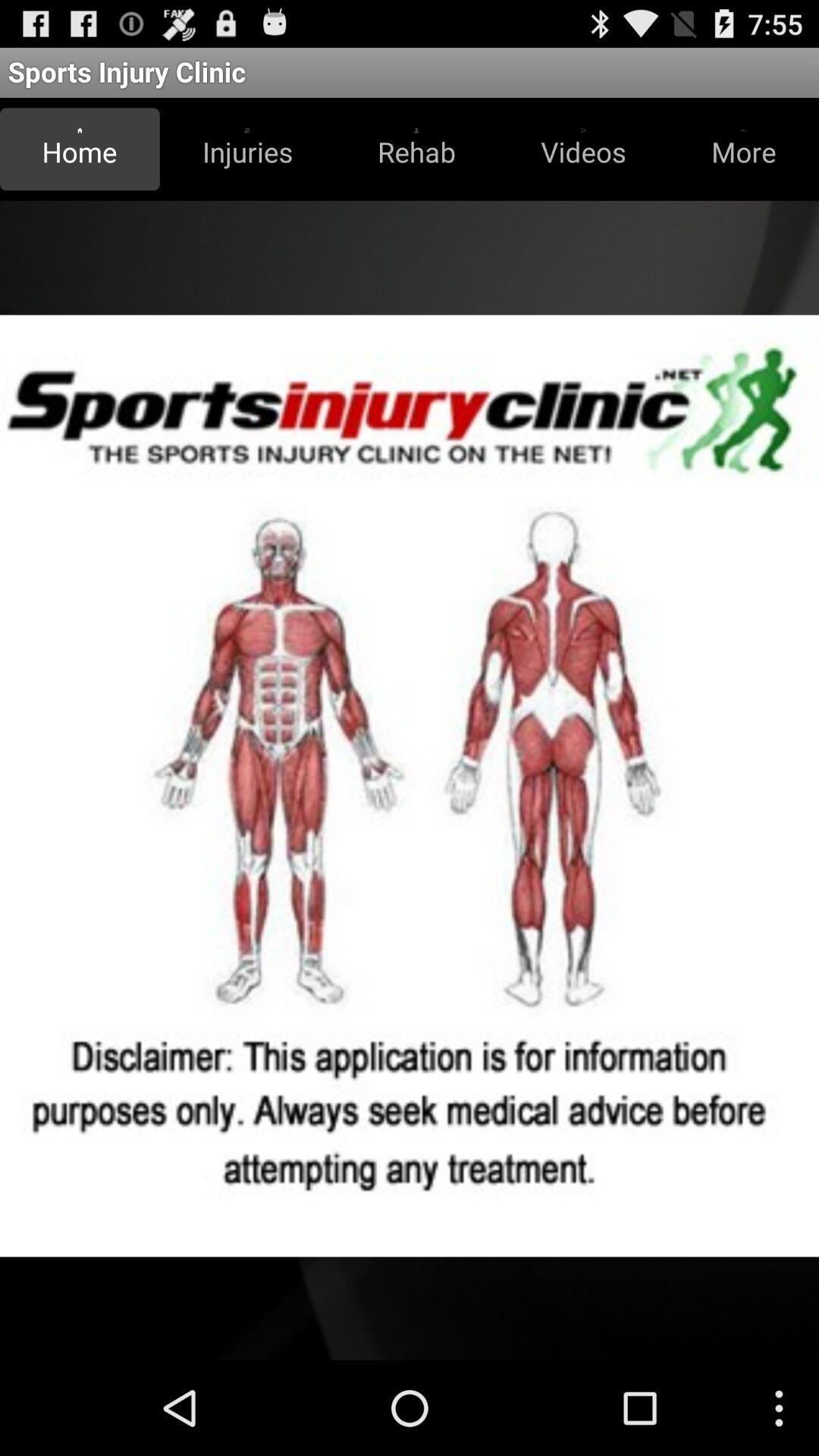 This screenshot has width=819, height=1456. What do you see at coordinates (80, 149) in the screenshot?
I see `icon next to injuries button` at bounding box center [80, 149].